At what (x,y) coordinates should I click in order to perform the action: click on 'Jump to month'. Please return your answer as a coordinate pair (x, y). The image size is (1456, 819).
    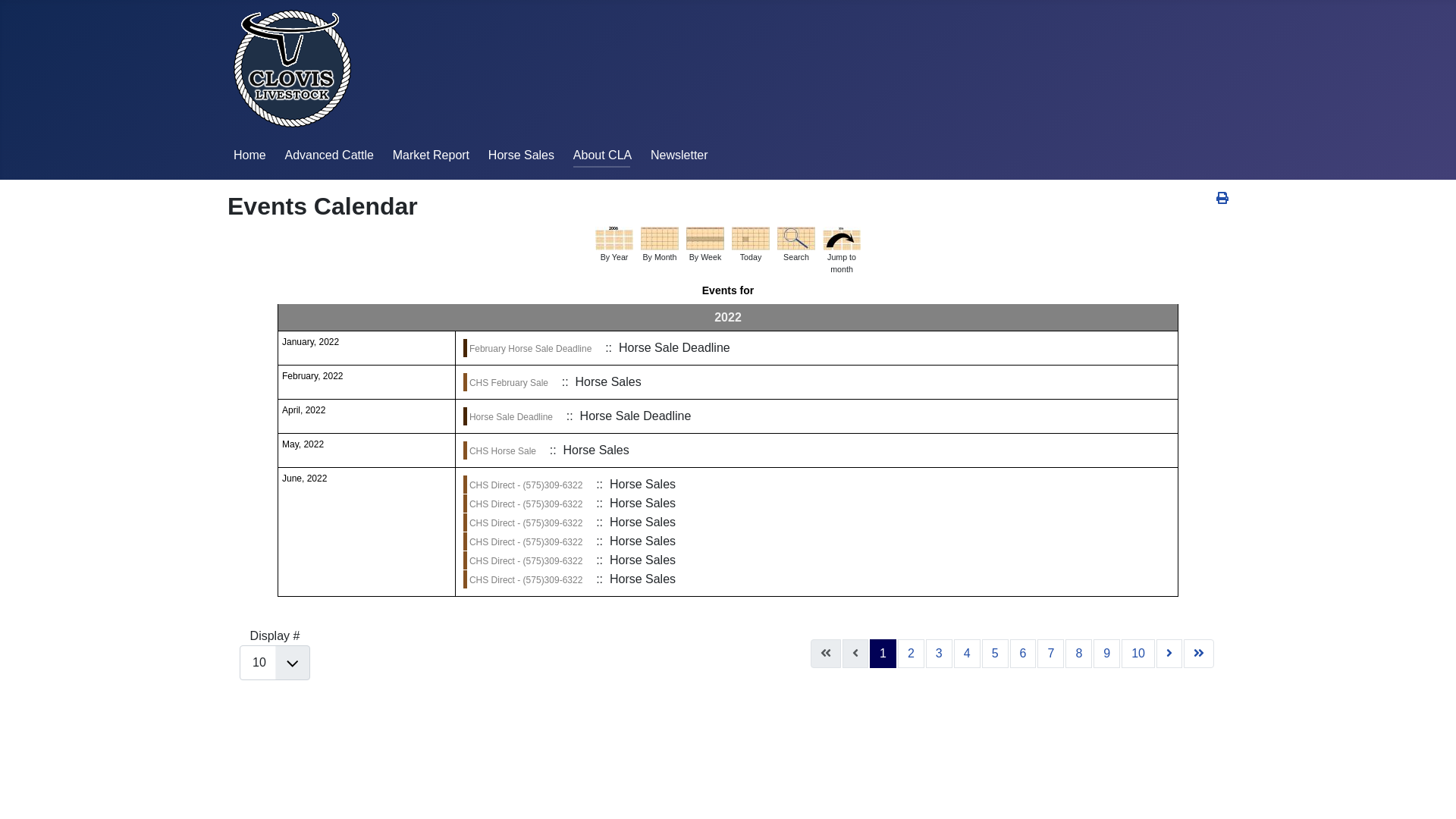
    Looking at the image, I should click on (840, 237).